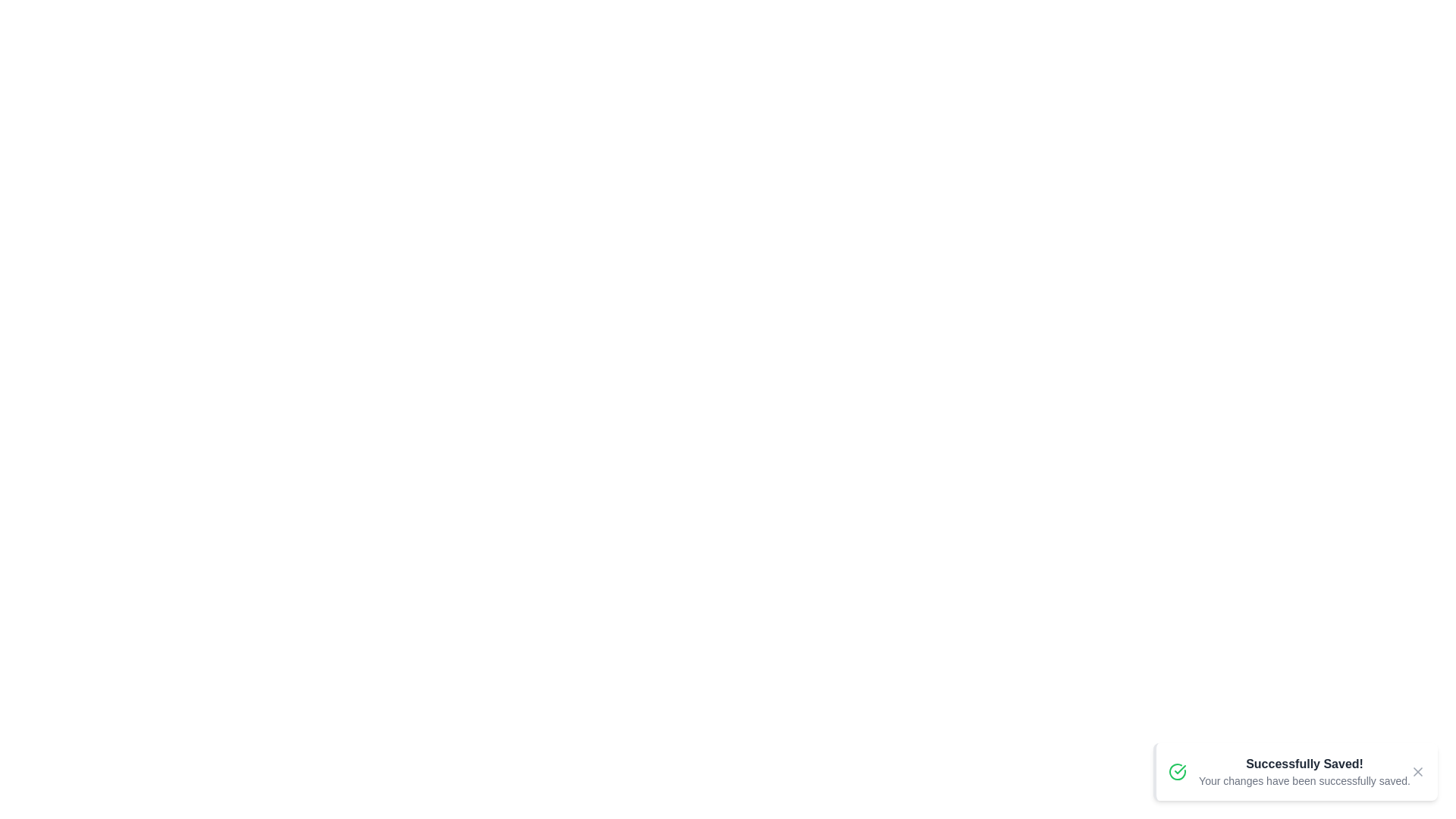 This screenshot has height=819, width=1456. What do you see at coordinates (1417, 772) in the screenshot?
I see `the close button to dismiss the notification` at bounding box center [1417, 772].